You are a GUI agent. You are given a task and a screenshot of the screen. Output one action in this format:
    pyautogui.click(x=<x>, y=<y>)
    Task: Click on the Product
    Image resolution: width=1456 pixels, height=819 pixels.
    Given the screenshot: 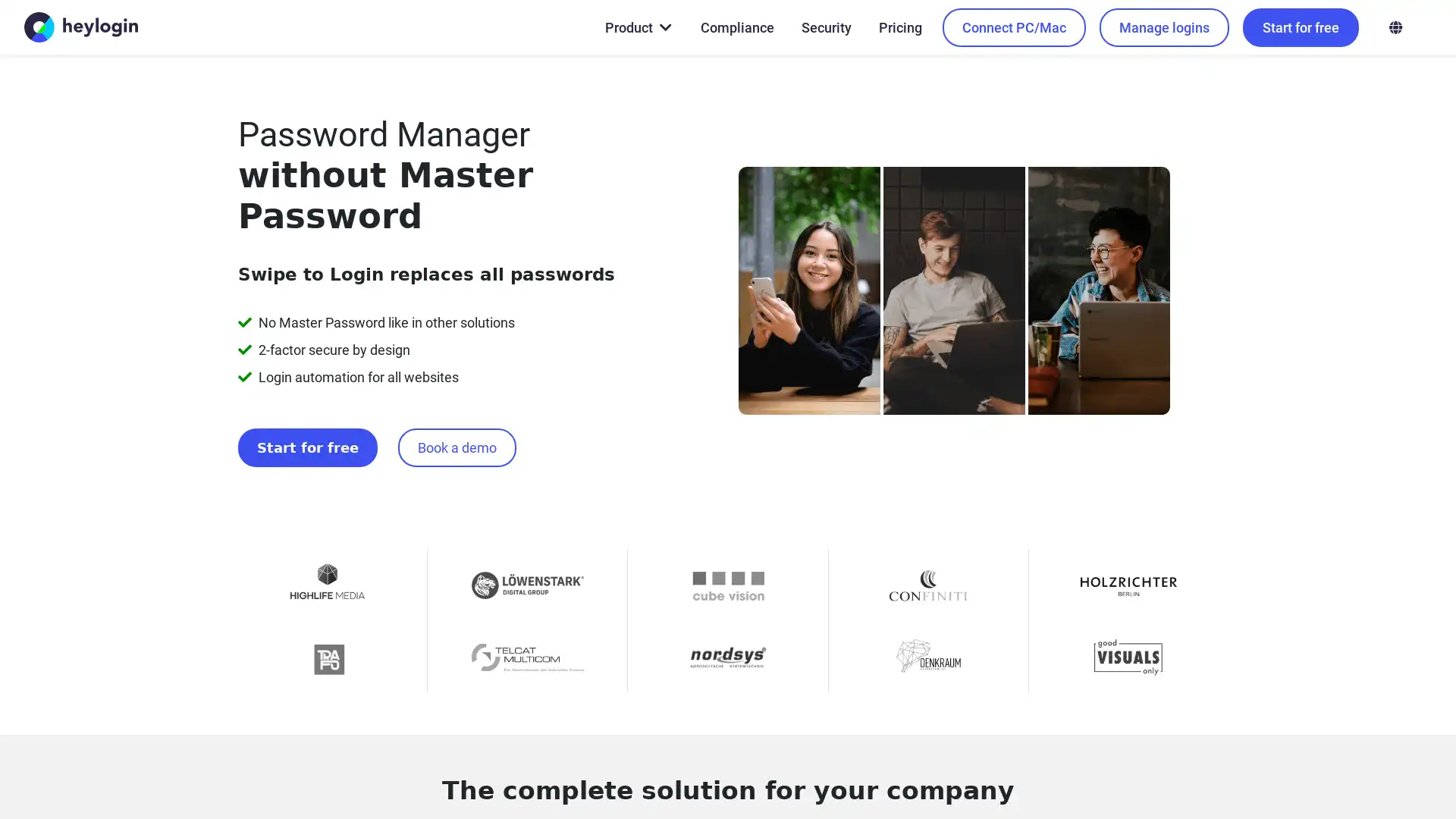 What is the action you would take?
    pyautogui.click(x=637, y=27)
    